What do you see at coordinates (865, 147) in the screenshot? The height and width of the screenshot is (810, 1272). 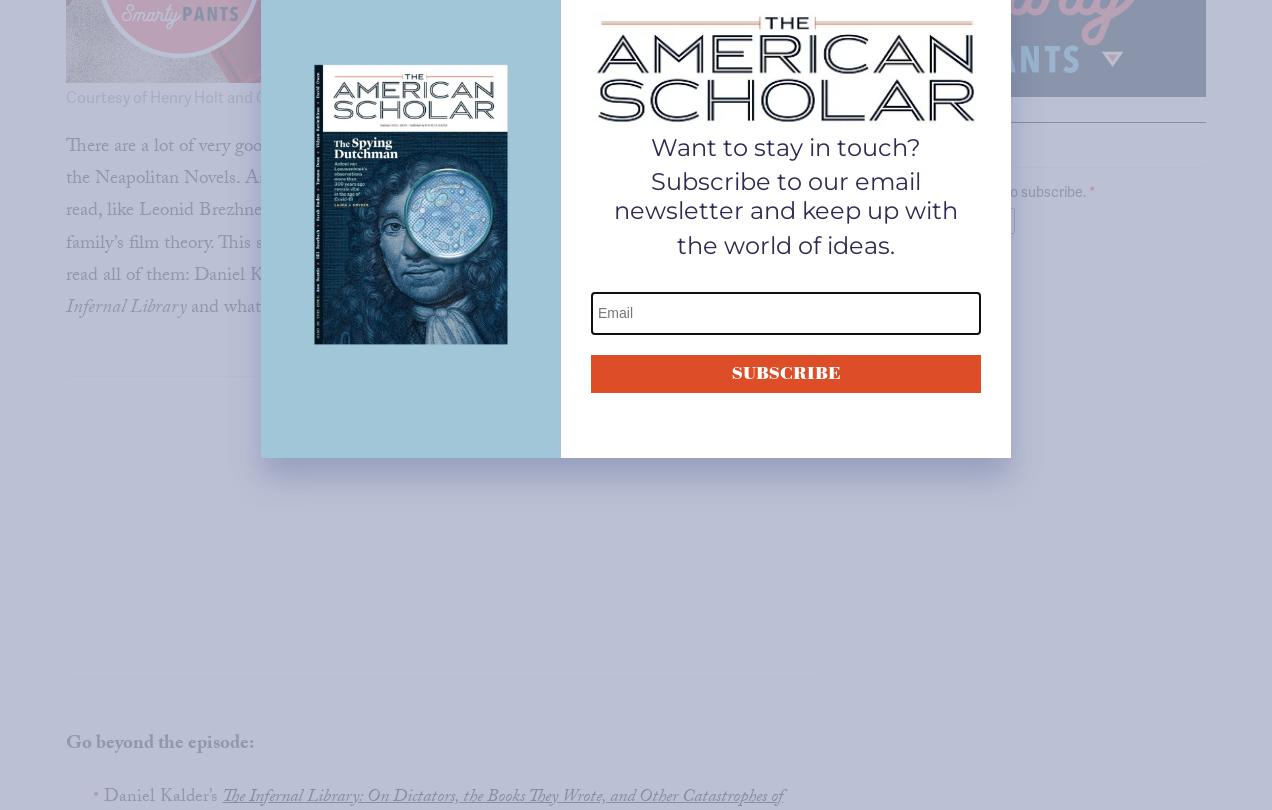 I see `'Newsletter'` at bounding box center [865, 147].